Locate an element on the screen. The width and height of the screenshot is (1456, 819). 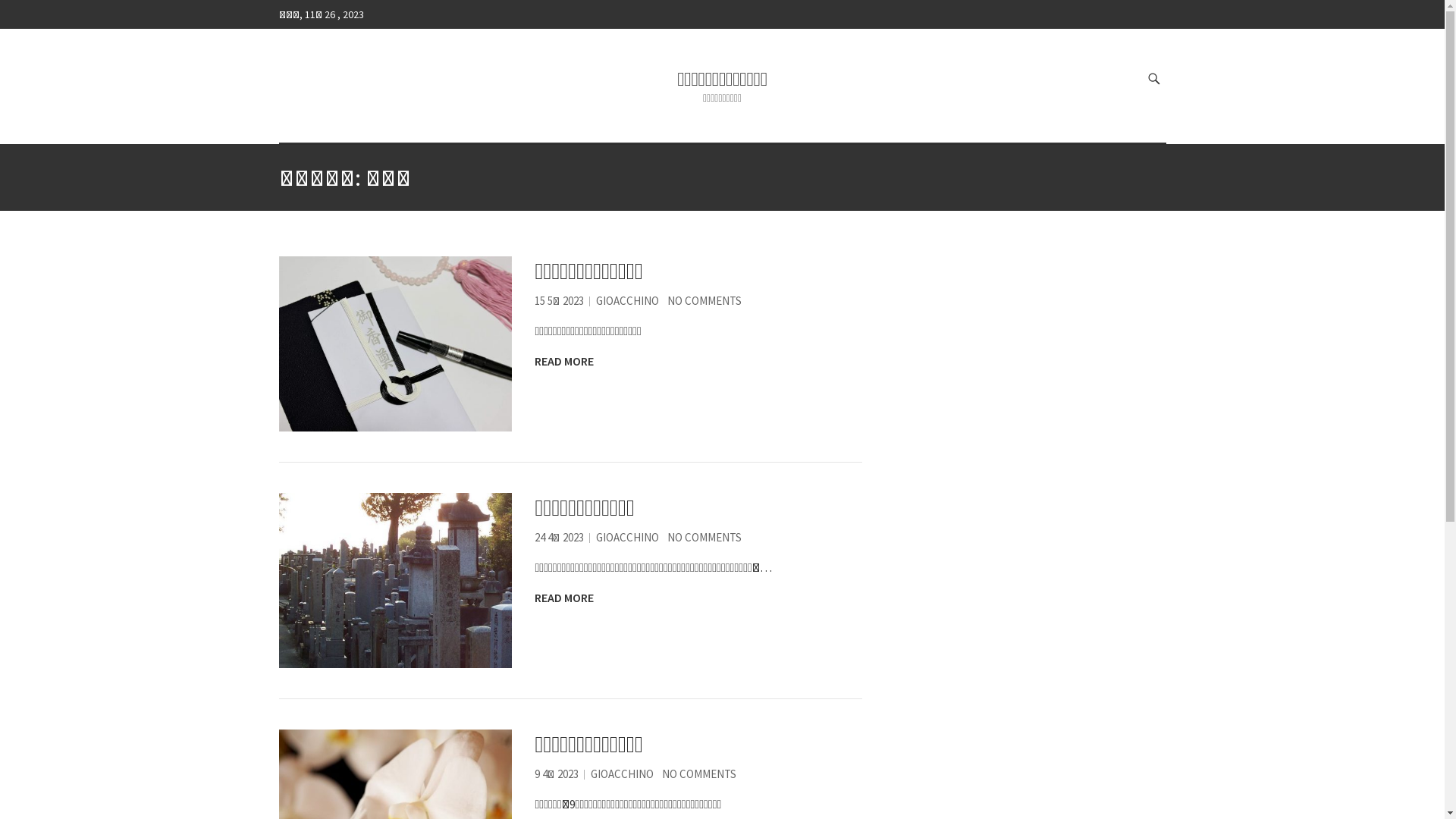
'NO COMMENTS' is located at coordinates (667, 300).